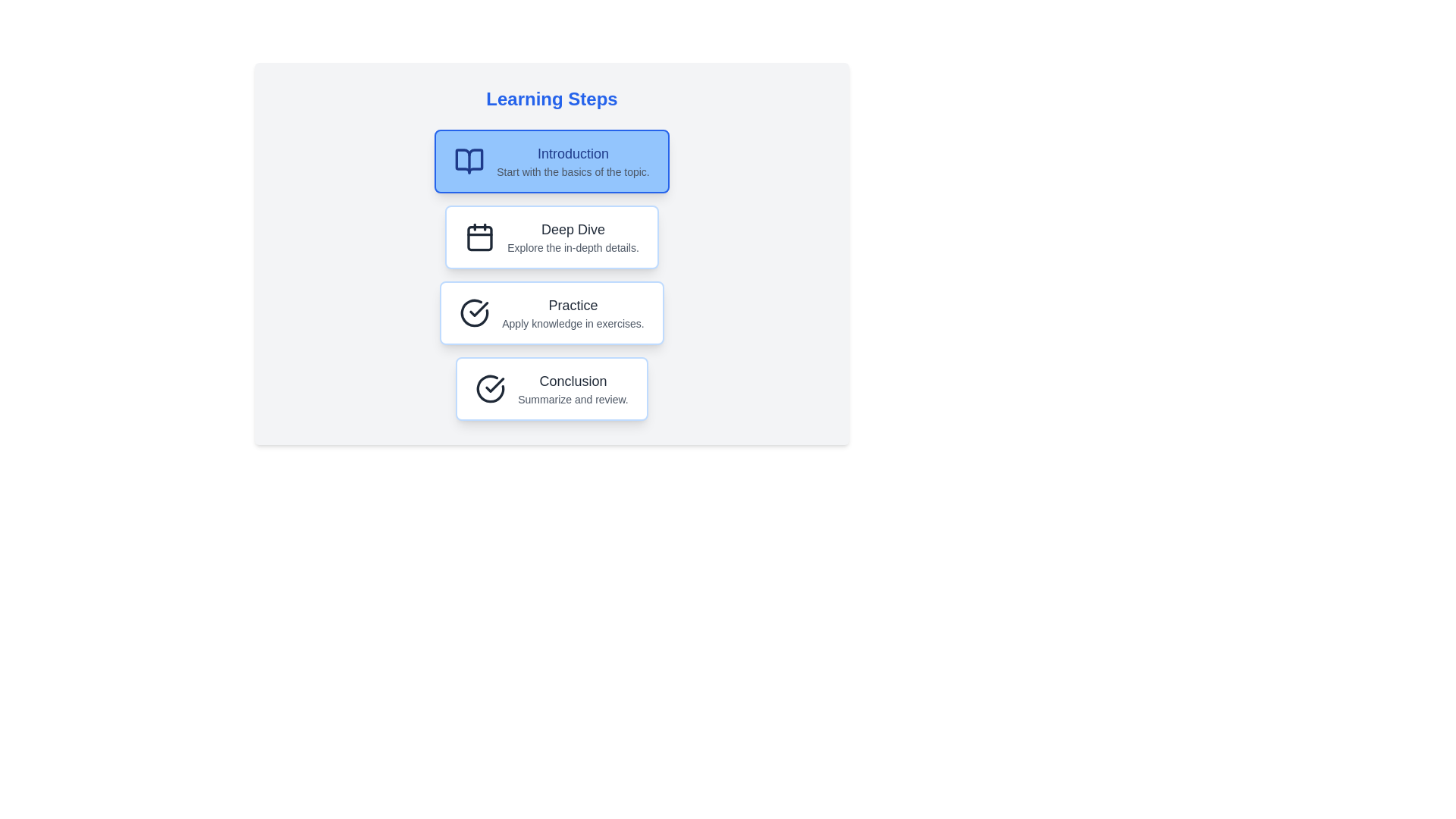 Image resolution: width=1456 pixels, height=819 pixels. What do you see at coordinates (572, 154) in the screenshot?
I see `the text label that serves as the title for the first section in the 'Learning Steps' action cards` at bounding box center [572, 154].